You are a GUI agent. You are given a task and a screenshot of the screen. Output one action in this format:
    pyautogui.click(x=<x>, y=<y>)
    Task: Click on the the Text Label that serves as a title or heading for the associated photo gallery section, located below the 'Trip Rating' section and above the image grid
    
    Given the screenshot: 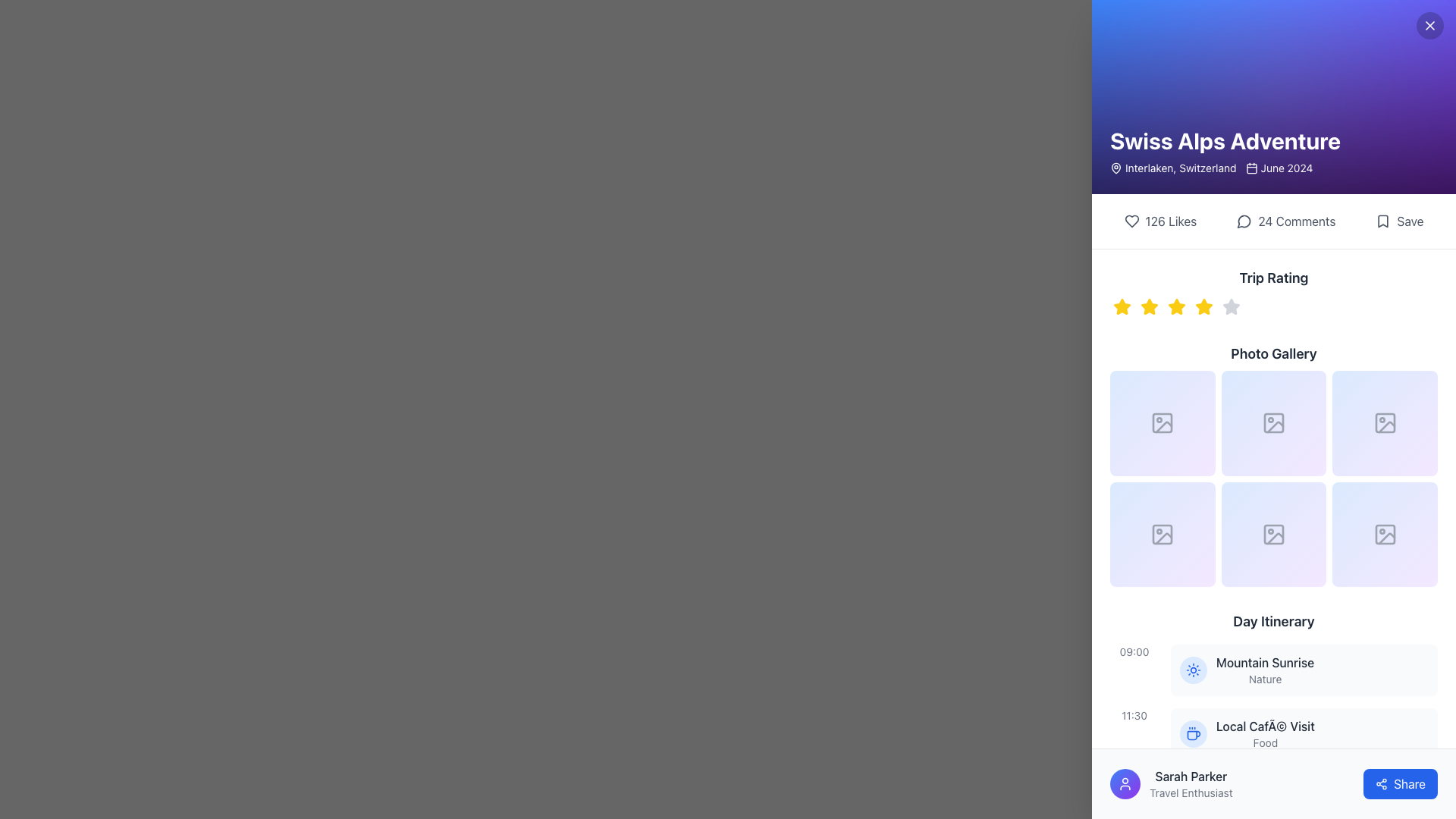 What is the action you would take?
    pyautogui.click(x=1274, y=353)
    